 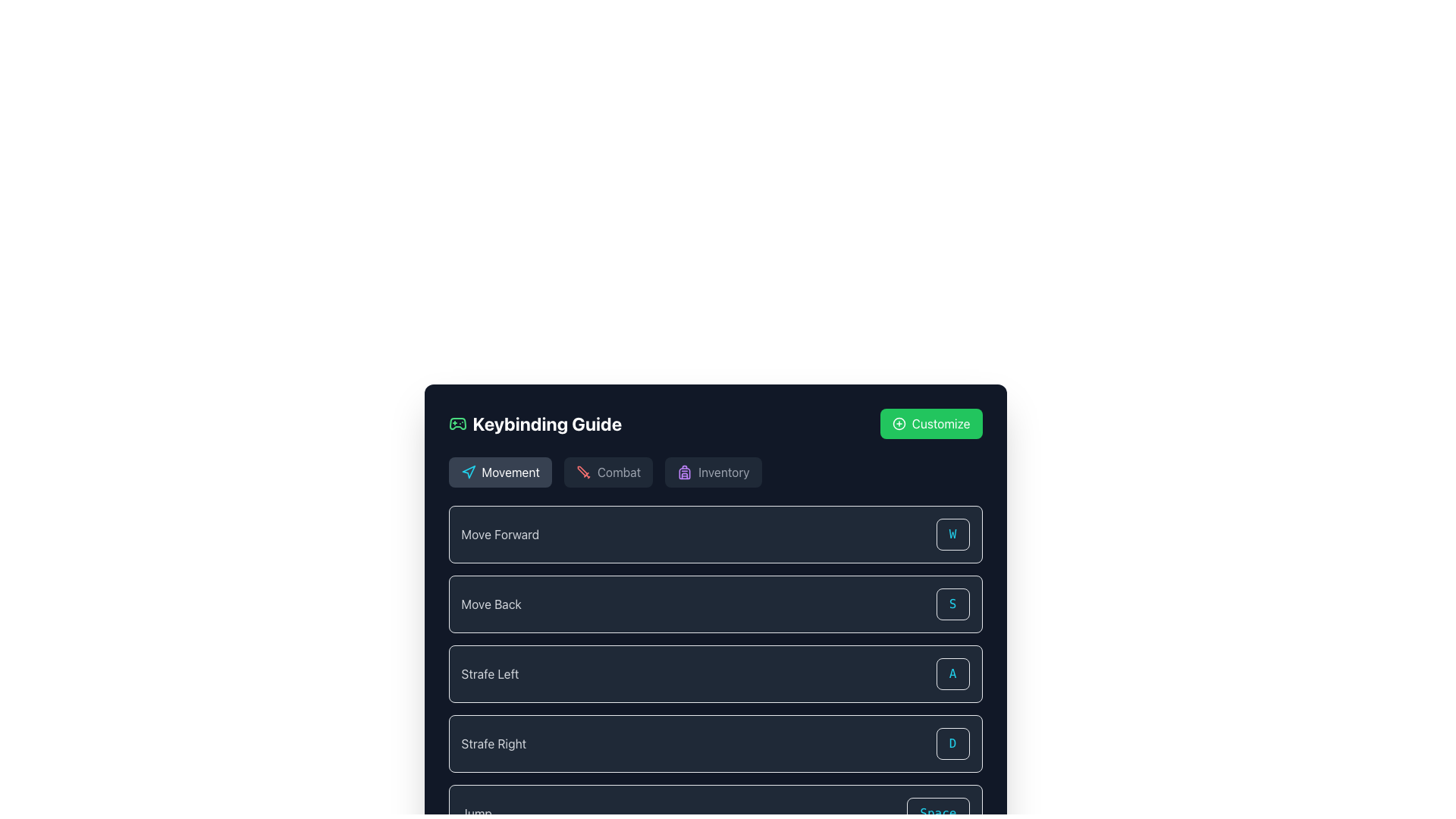 What do you see at coordinates (714, 742) in the screenshot?
I see `the Labeled keybinding item that represents the action 'Strafe Right' associated with the key 'D', located in the vertical list below 'Strafe Left' and above 'Jump'` at bounding box center [714, 742].